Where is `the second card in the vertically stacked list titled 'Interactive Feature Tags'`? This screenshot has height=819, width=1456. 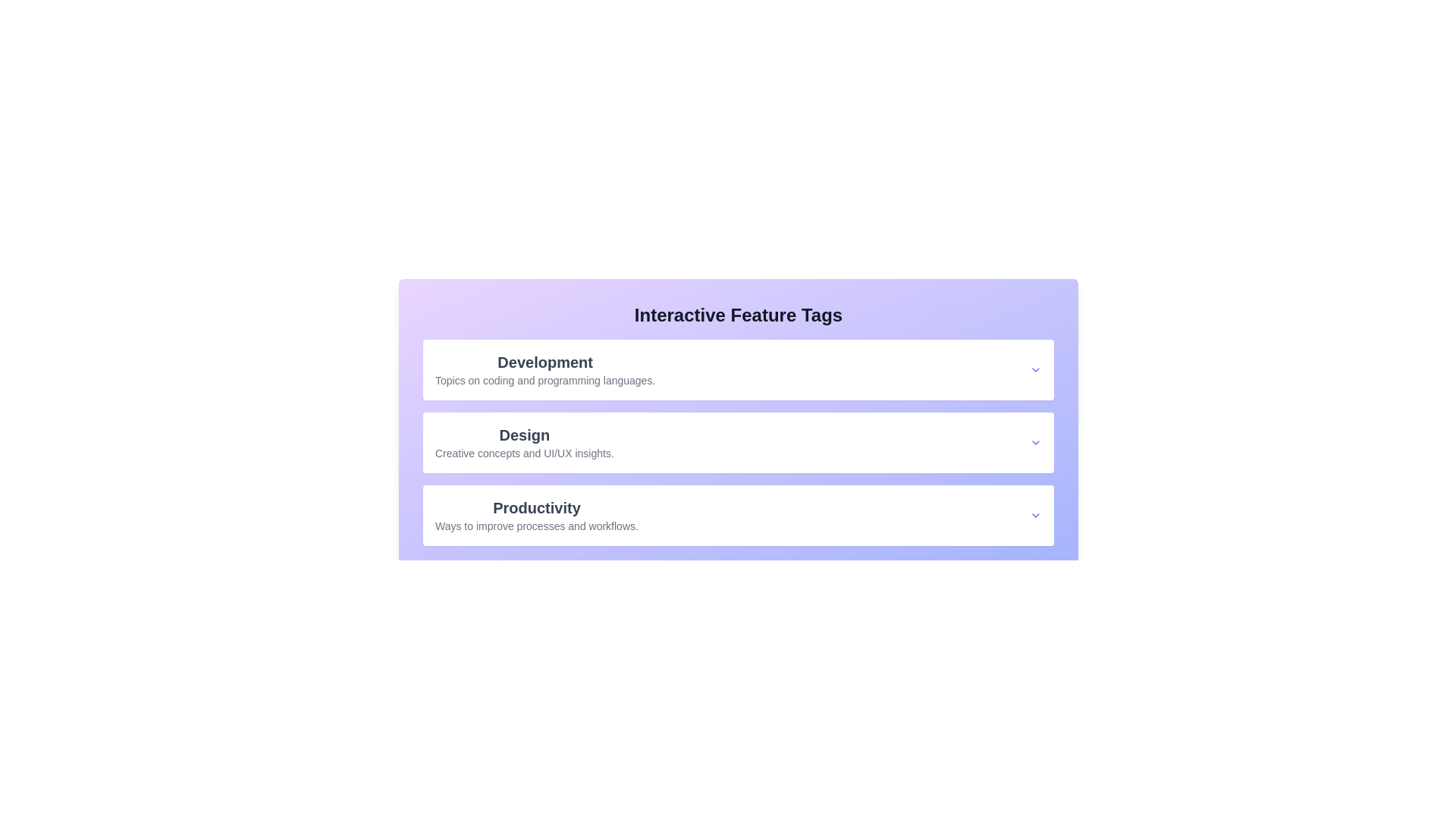
the second card in the vertically stacked list titled 'Interactive Feature Tags' is located at coordinates (739, 442).